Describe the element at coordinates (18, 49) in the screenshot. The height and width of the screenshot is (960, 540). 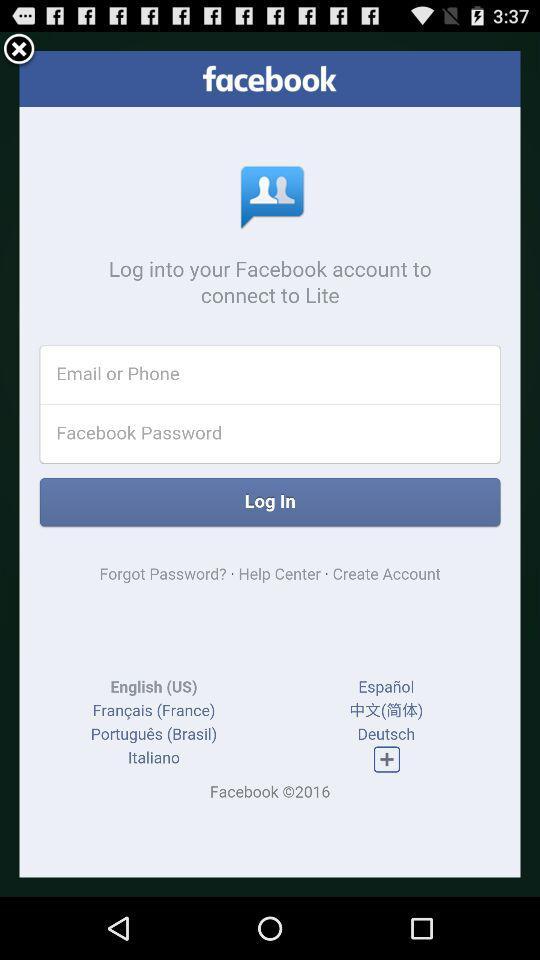
I see `close` at that location.